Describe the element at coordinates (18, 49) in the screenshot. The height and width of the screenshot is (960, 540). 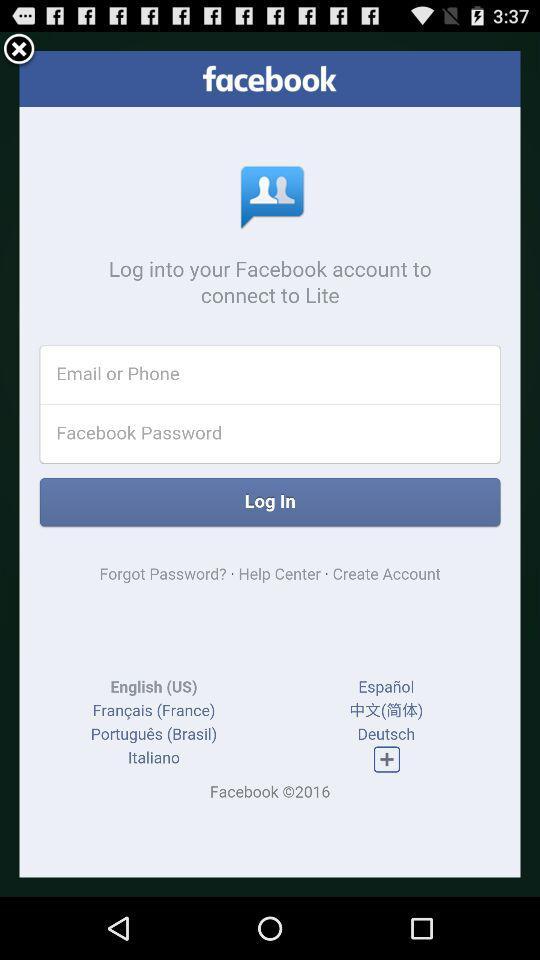
I see `close` at that location.